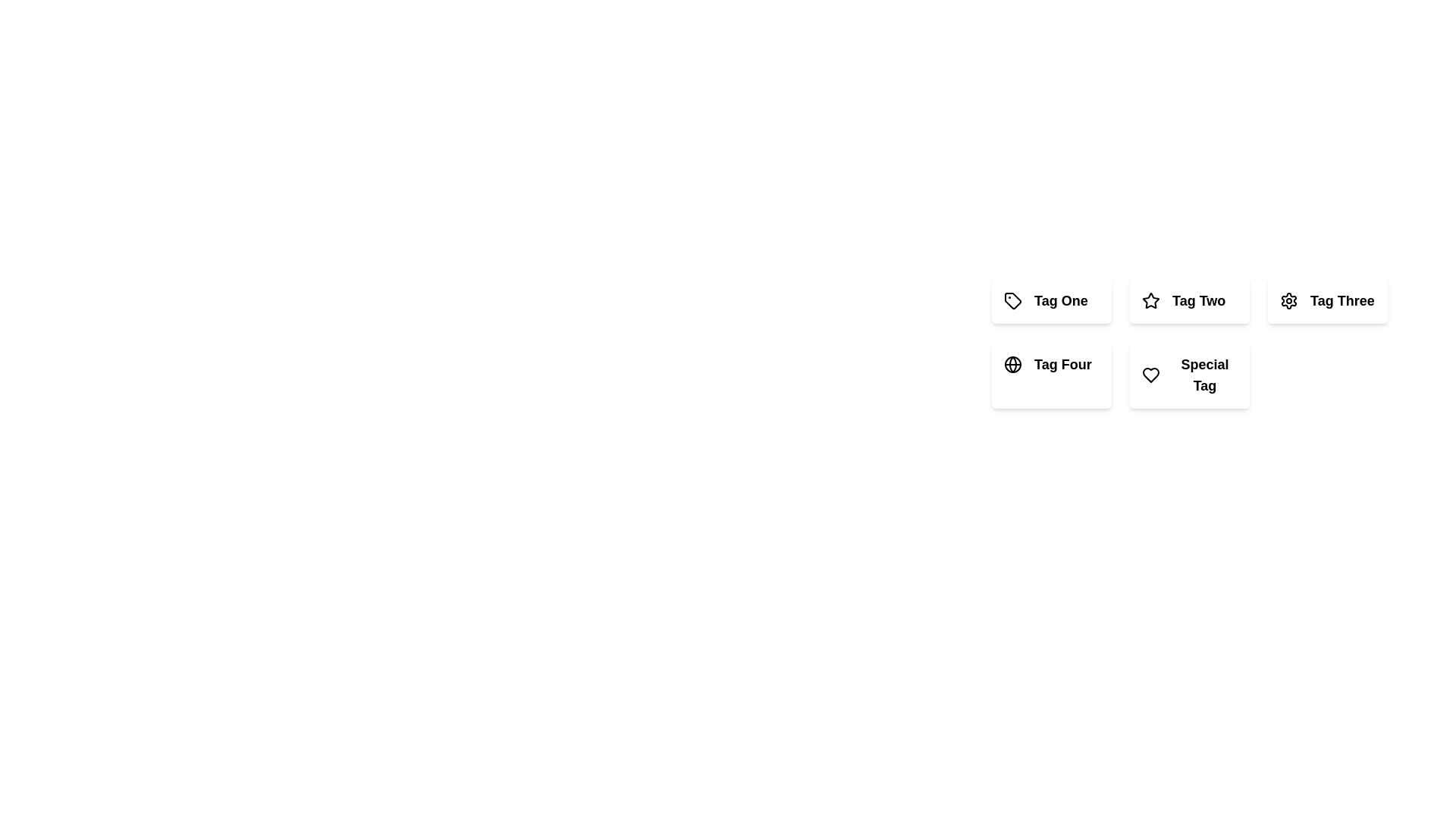 This screenshot has height=819, width=1456. Describe the element at coordinates (1198, 301) in the screenshot. I see `the text label representing the tag named 'Tag Two', which is located in the second position from the left in the second row of a grid-style arrangement` at that location.